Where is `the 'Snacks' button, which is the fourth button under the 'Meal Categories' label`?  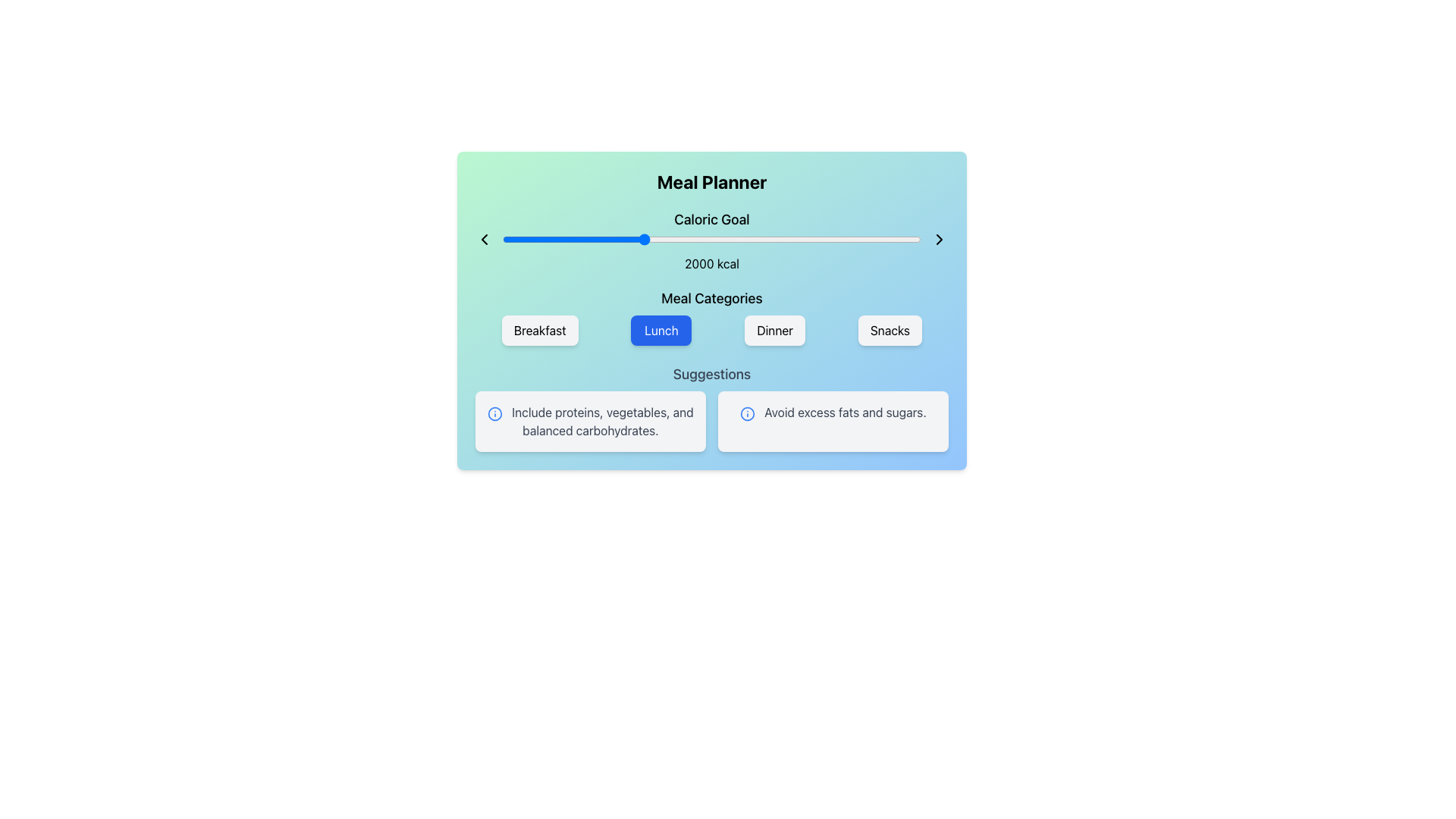 the 'Snacks' button, which is the fourth button under the 'Meal Categories' label is located at coordinates (890, 329).